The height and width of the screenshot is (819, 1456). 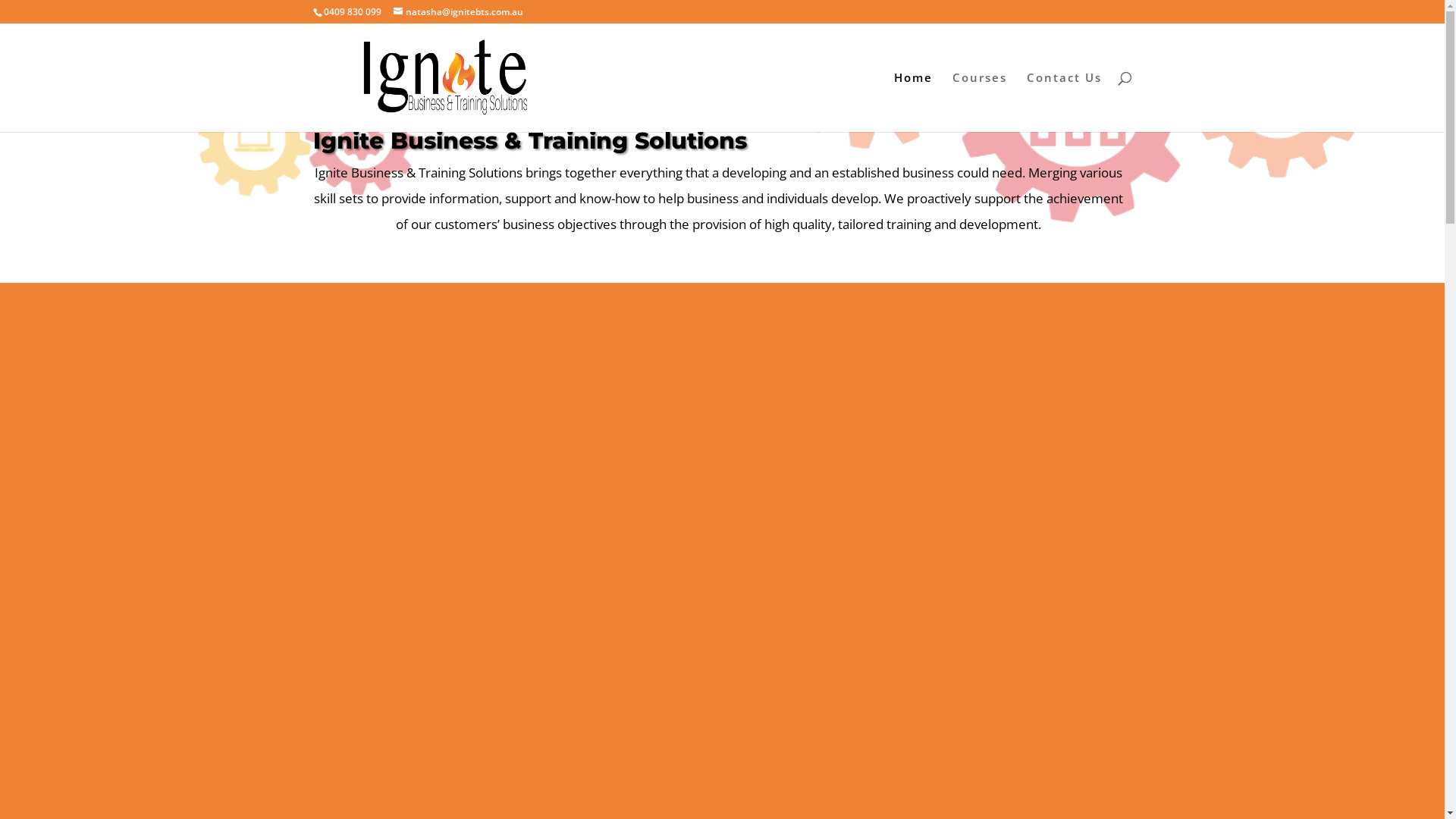 What do you see at coordinates (912, 102) in the screenshot?
I see `'Home'` at bounding box center [912, 102].